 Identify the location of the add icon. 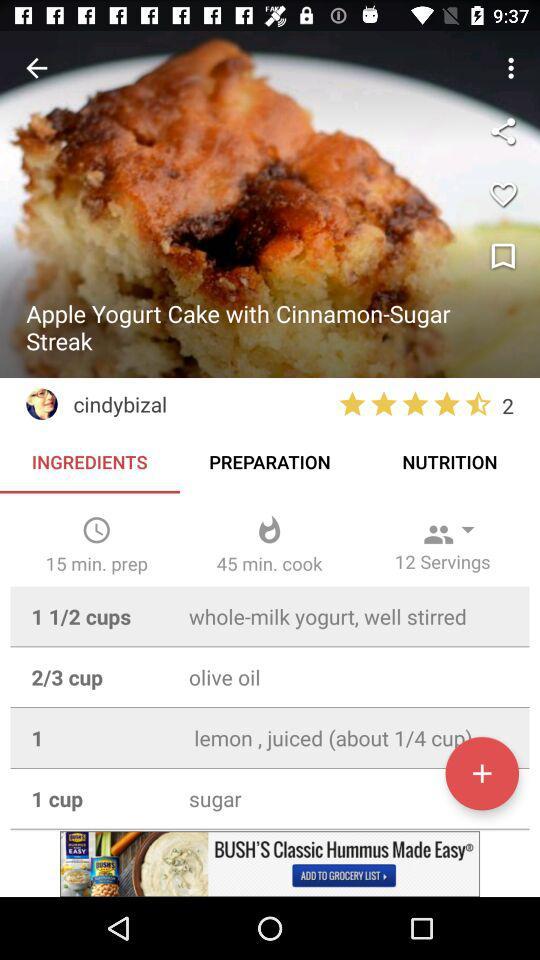
(481, 772).